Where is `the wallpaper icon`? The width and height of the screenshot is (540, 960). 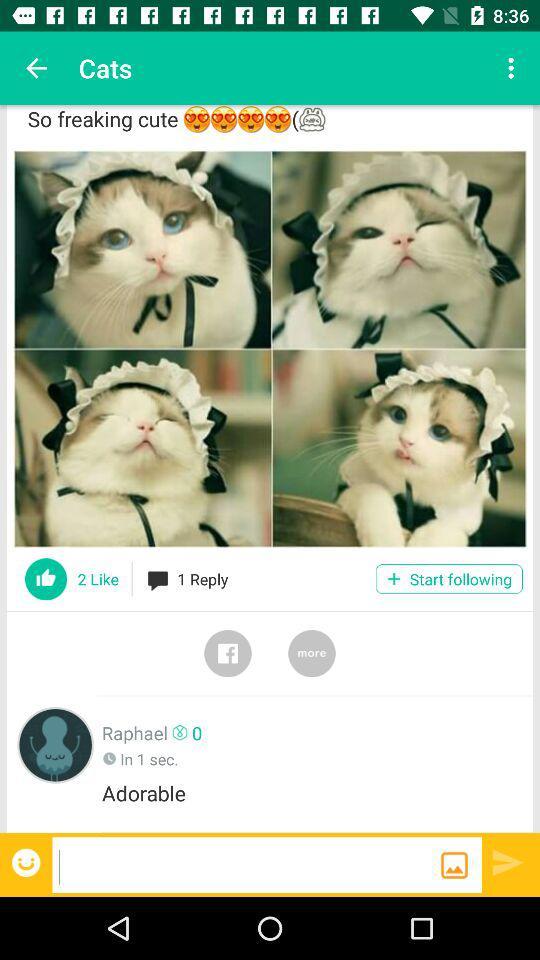 the wallpaper icon is located at coordinates (454, 864).